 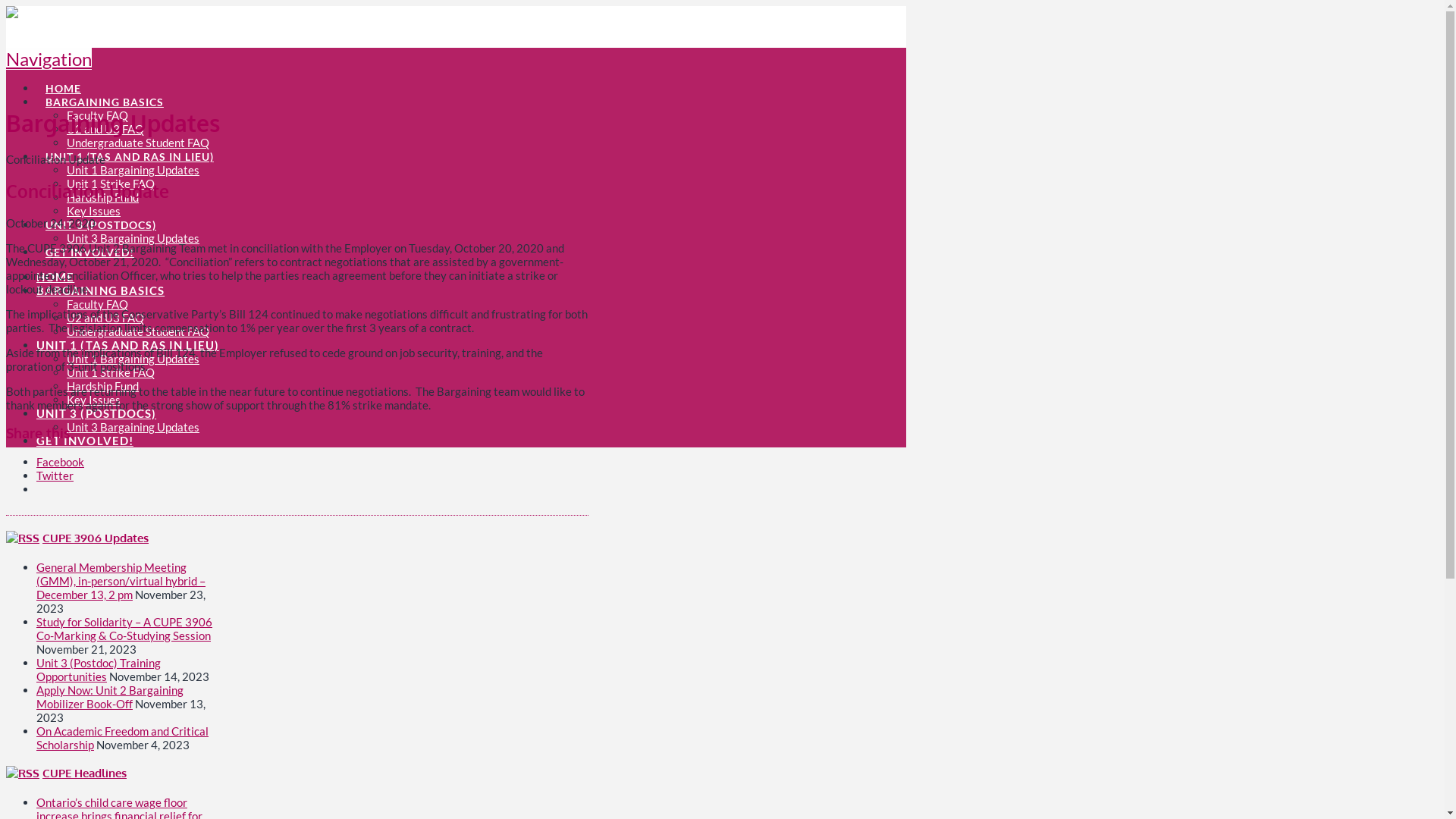 I want to click on 'UNIT 1 (TAS AND RAS IN LIEU)', so click(x=129, y=148).